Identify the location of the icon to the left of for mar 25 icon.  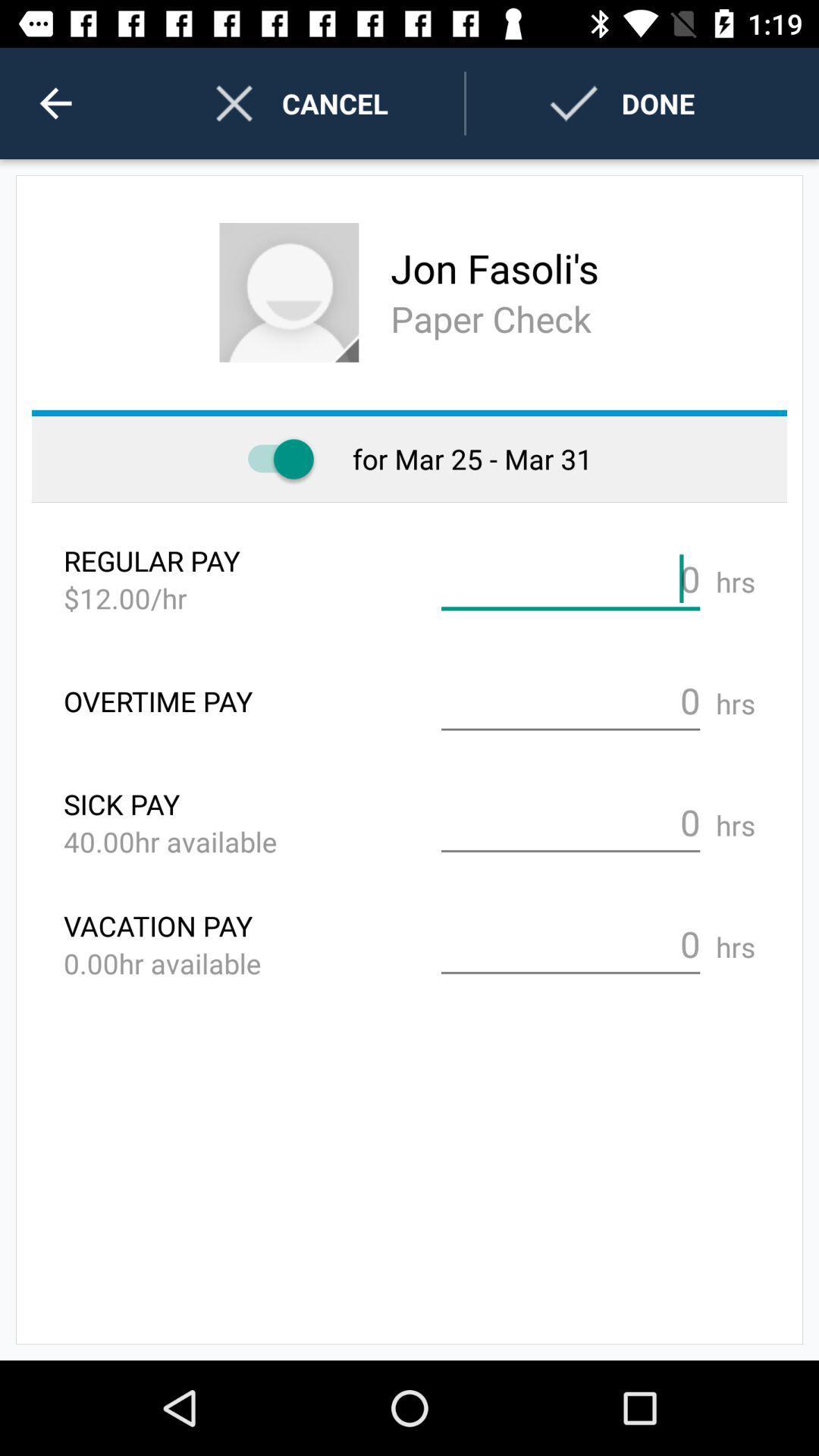
(273, 458).